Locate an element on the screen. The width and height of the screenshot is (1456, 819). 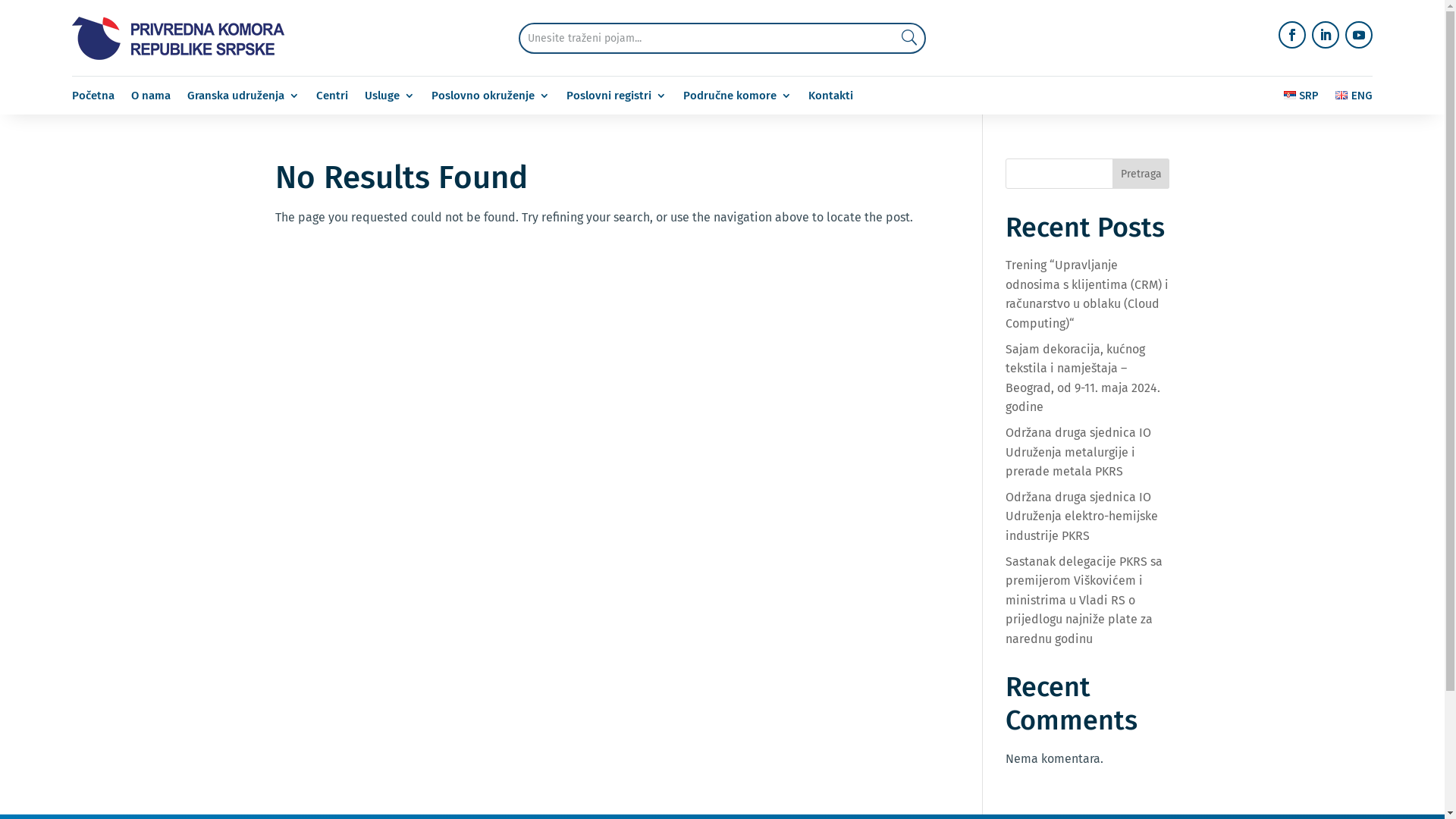
'O nama' is located at coordinates (150, 99).